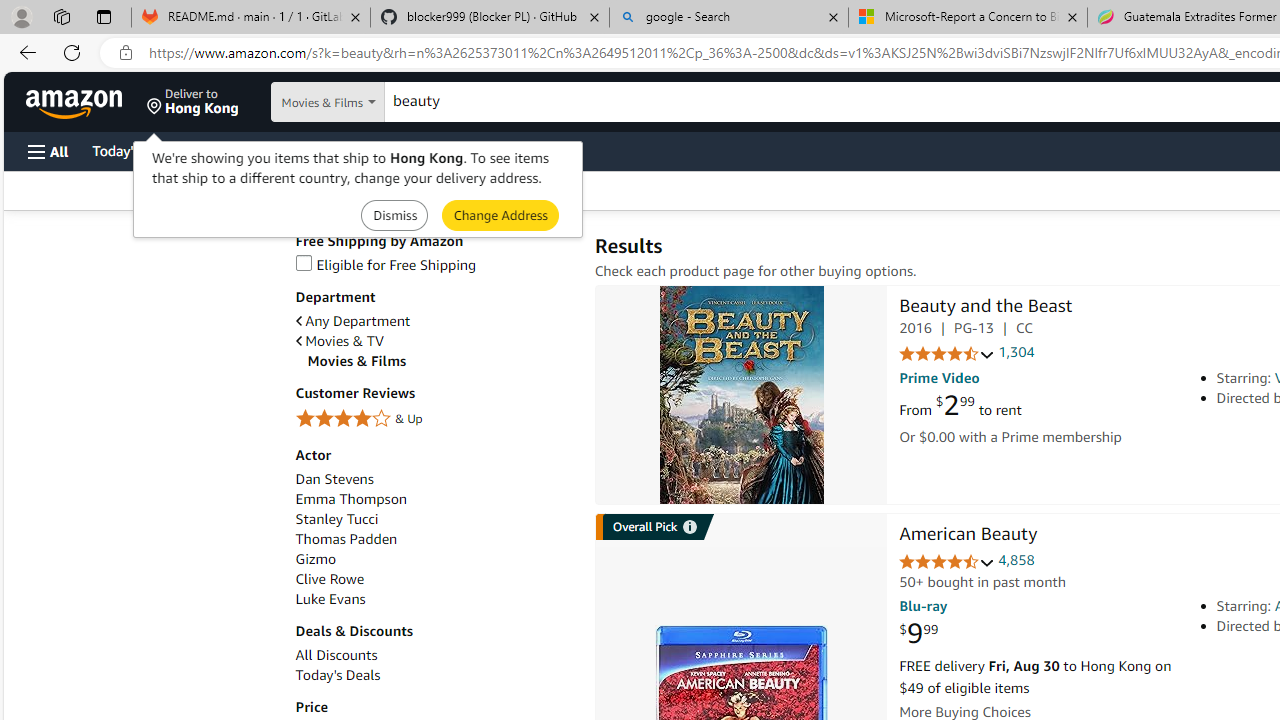 This screenshot has width=1280, height=720. I want to click on 'Customer Service', so click(255, 149).